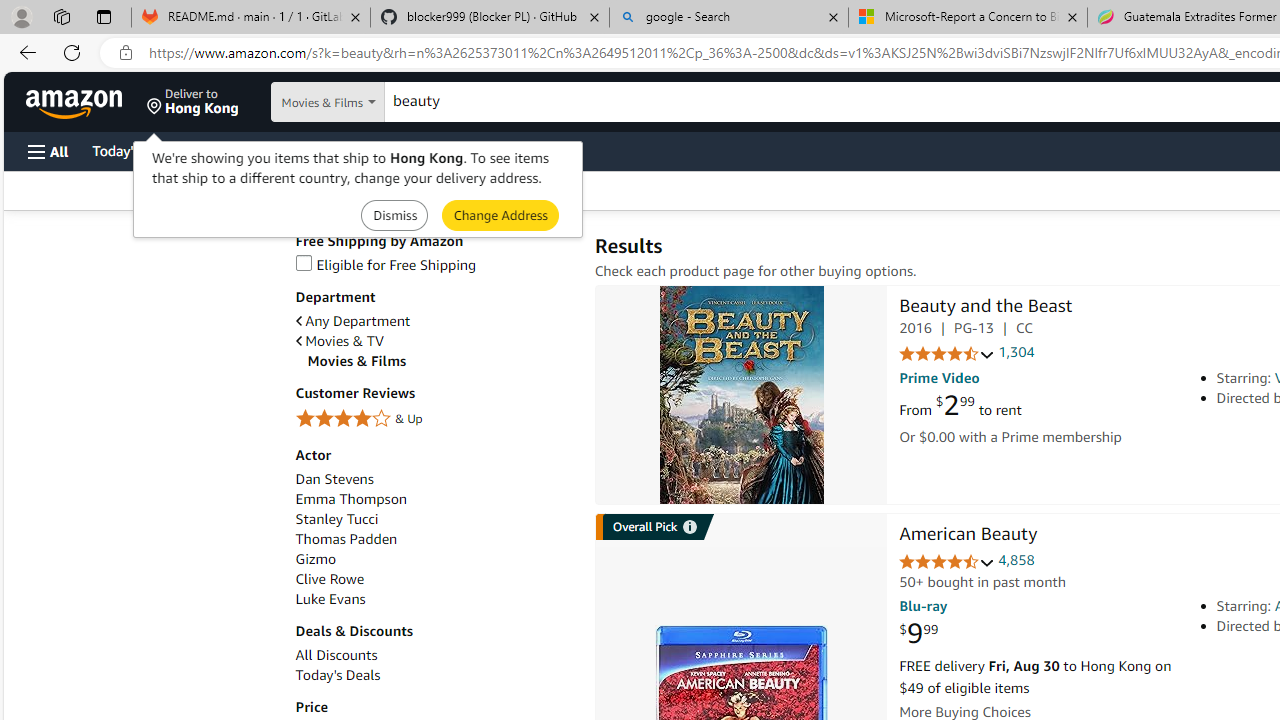 This screenshot has width=1280, height=720. I want to click on 'Customer Service', so click(255, 149).